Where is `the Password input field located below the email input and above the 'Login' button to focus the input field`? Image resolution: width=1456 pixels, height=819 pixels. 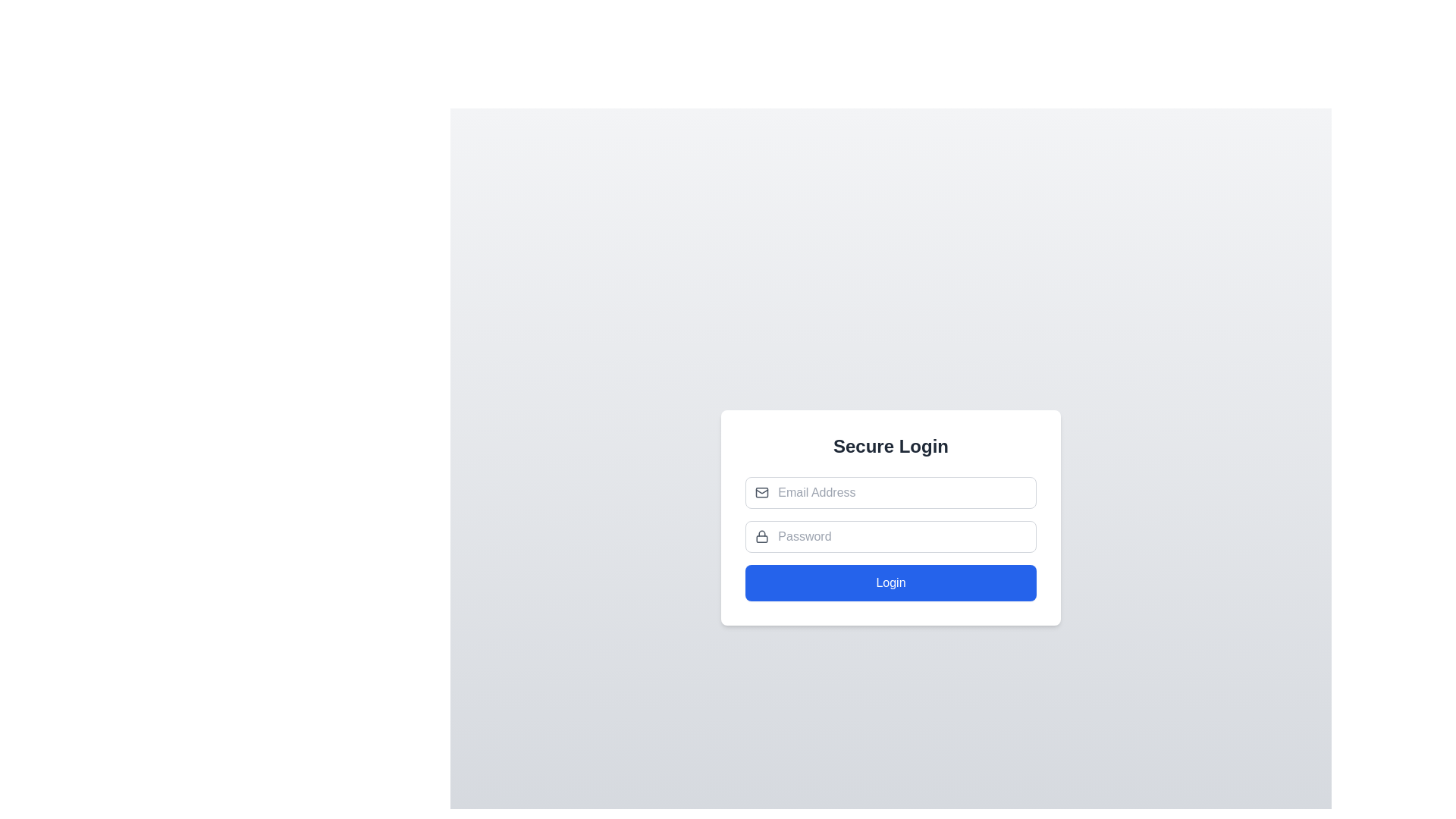
the Password input field located below the email input and above the 'Login' button to focus the input field is located at coordinates (891, 536).